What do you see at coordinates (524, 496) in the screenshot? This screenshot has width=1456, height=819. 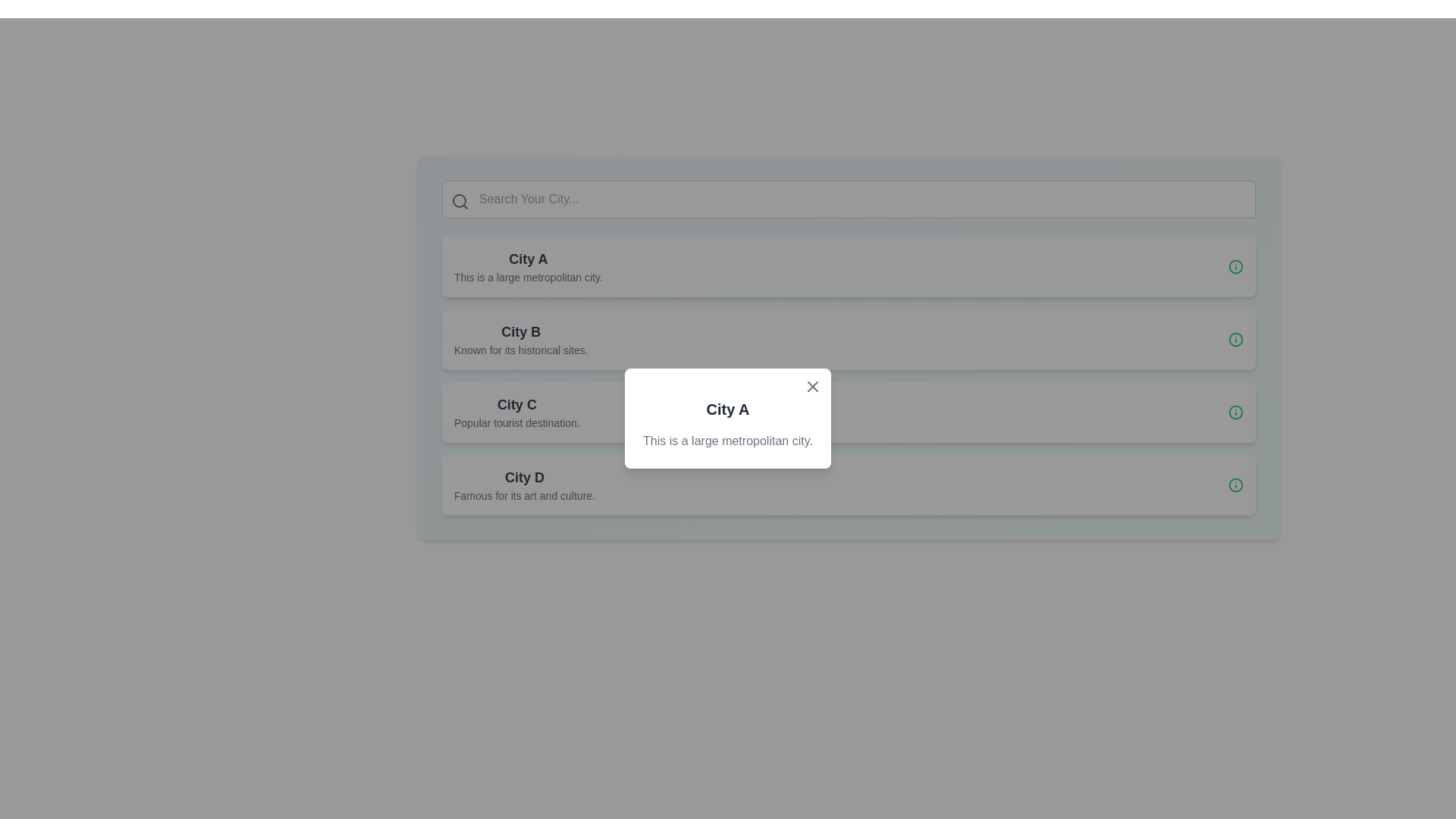 I see `the static text label providing additional information about 'City D', which is located directly beneath the 'City D' heading` at bounding box center [524, 496].